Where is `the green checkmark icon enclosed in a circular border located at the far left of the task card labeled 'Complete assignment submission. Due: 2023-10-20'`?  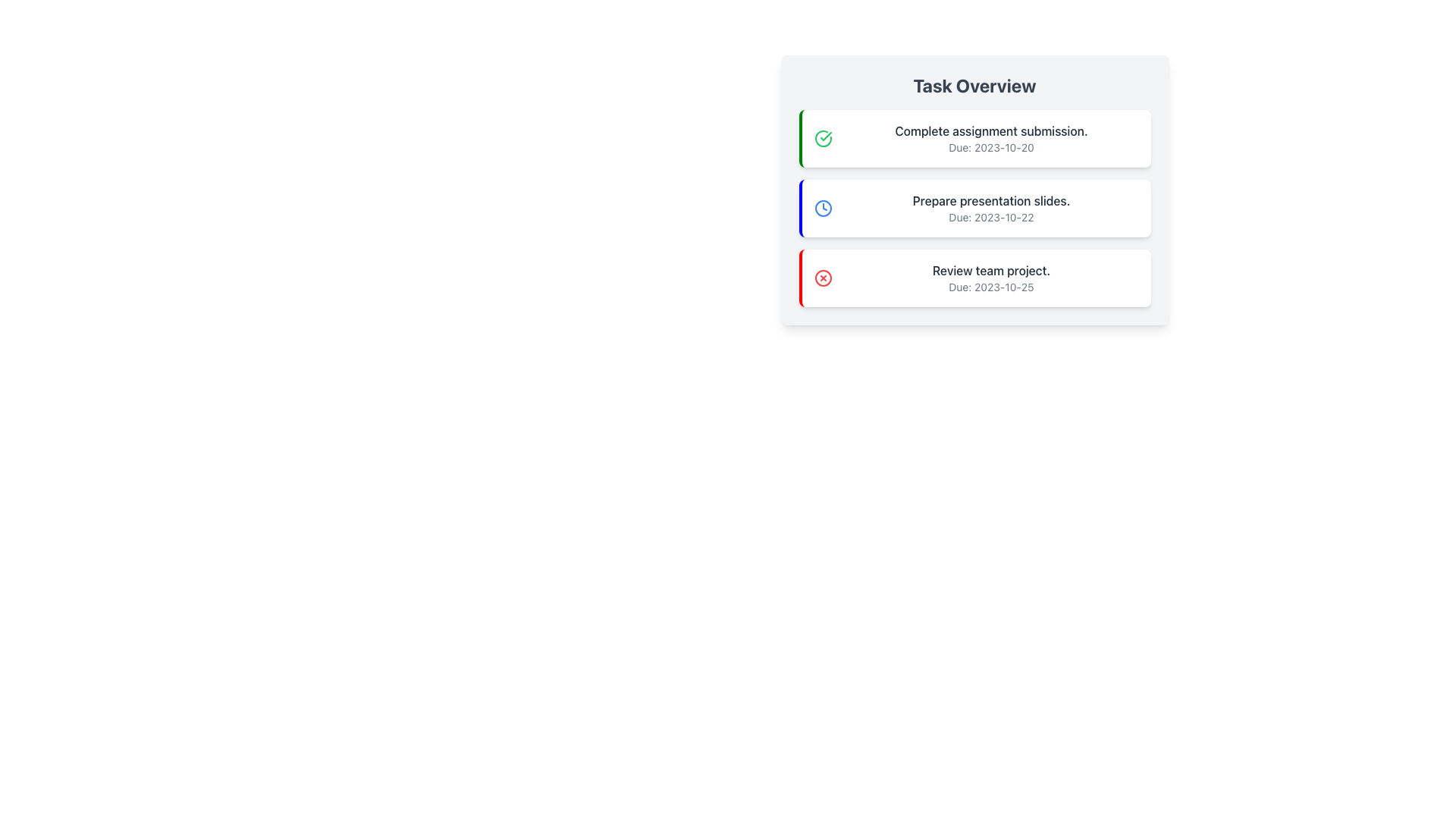
the green checkmark icon enclosed in a circular border located at the far left of the task card labeled 'Complete assignment submission. Due: 2023-10-20' is located at coordinates (822, 138).